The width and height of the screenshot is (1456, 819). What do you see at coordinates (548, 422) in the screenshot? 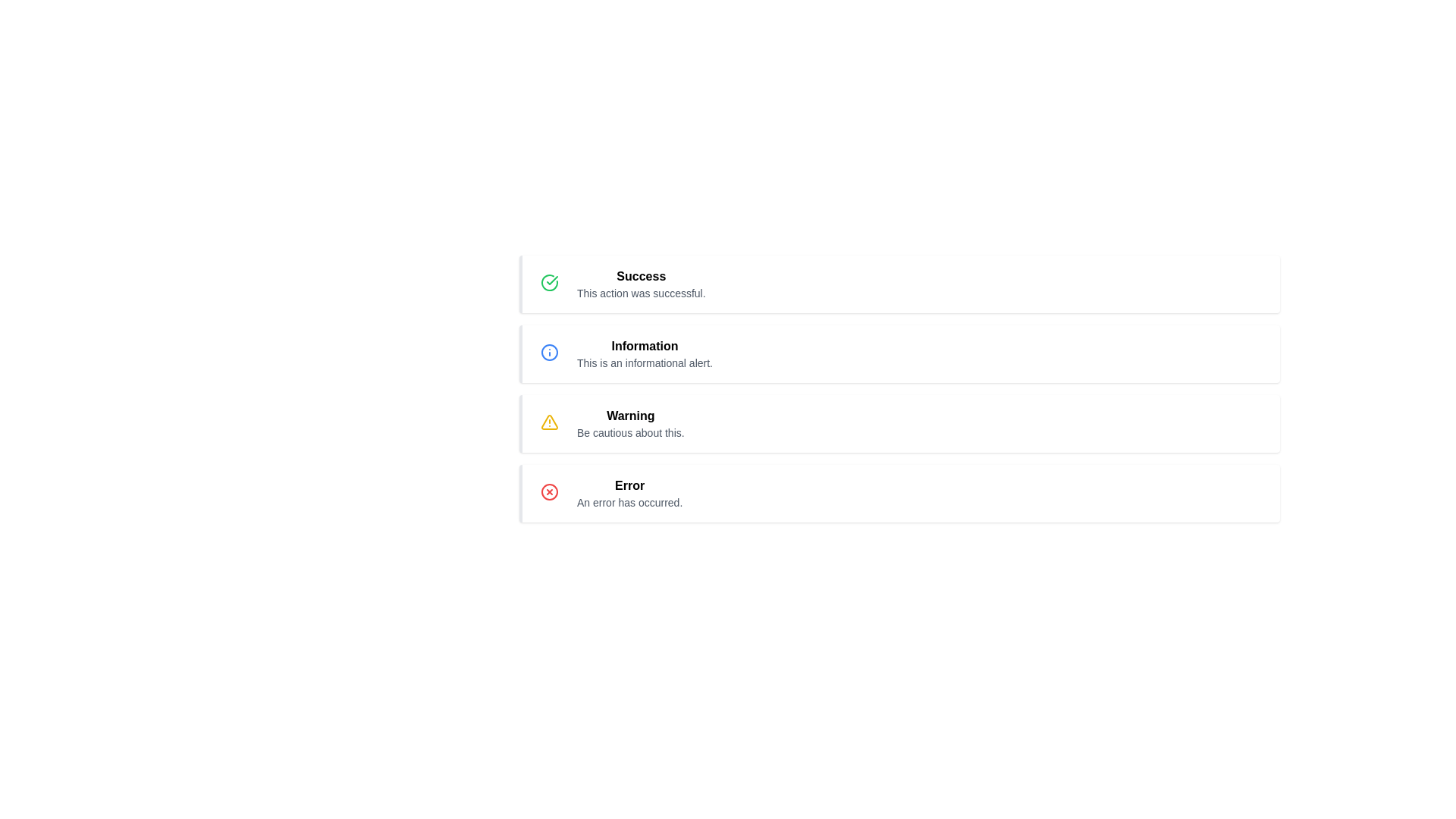
I see `the warning icon located in the third row of the alert list, adjacent to the text reading 'Warning'` at bounding box center [548, 422].